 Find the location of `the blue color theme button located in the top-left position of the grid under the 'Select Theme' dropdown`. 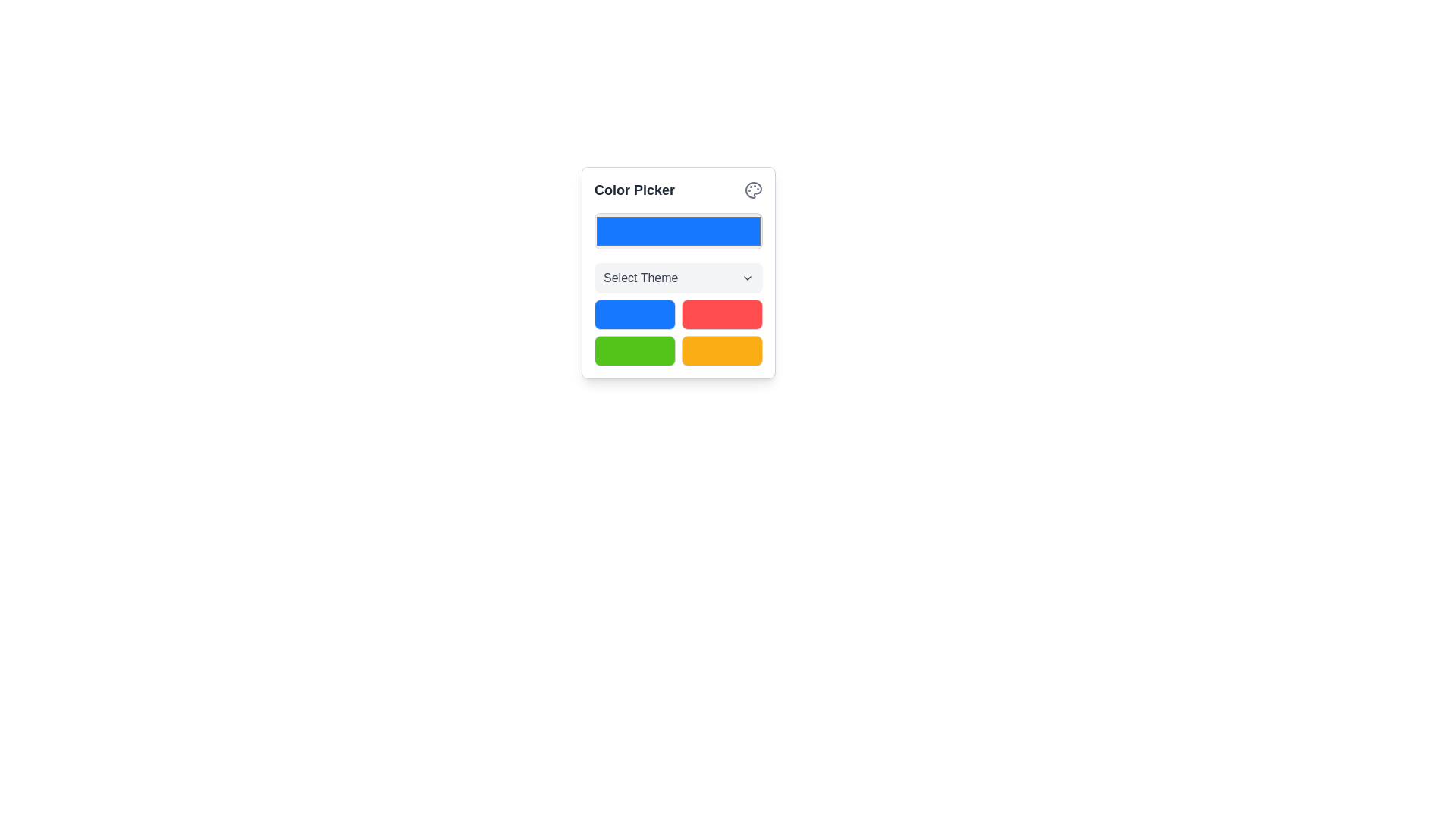

the blue color theme button located in the top-left position of the grid under the 'Select Theme' dropdown is located at coordinates (635, 314).